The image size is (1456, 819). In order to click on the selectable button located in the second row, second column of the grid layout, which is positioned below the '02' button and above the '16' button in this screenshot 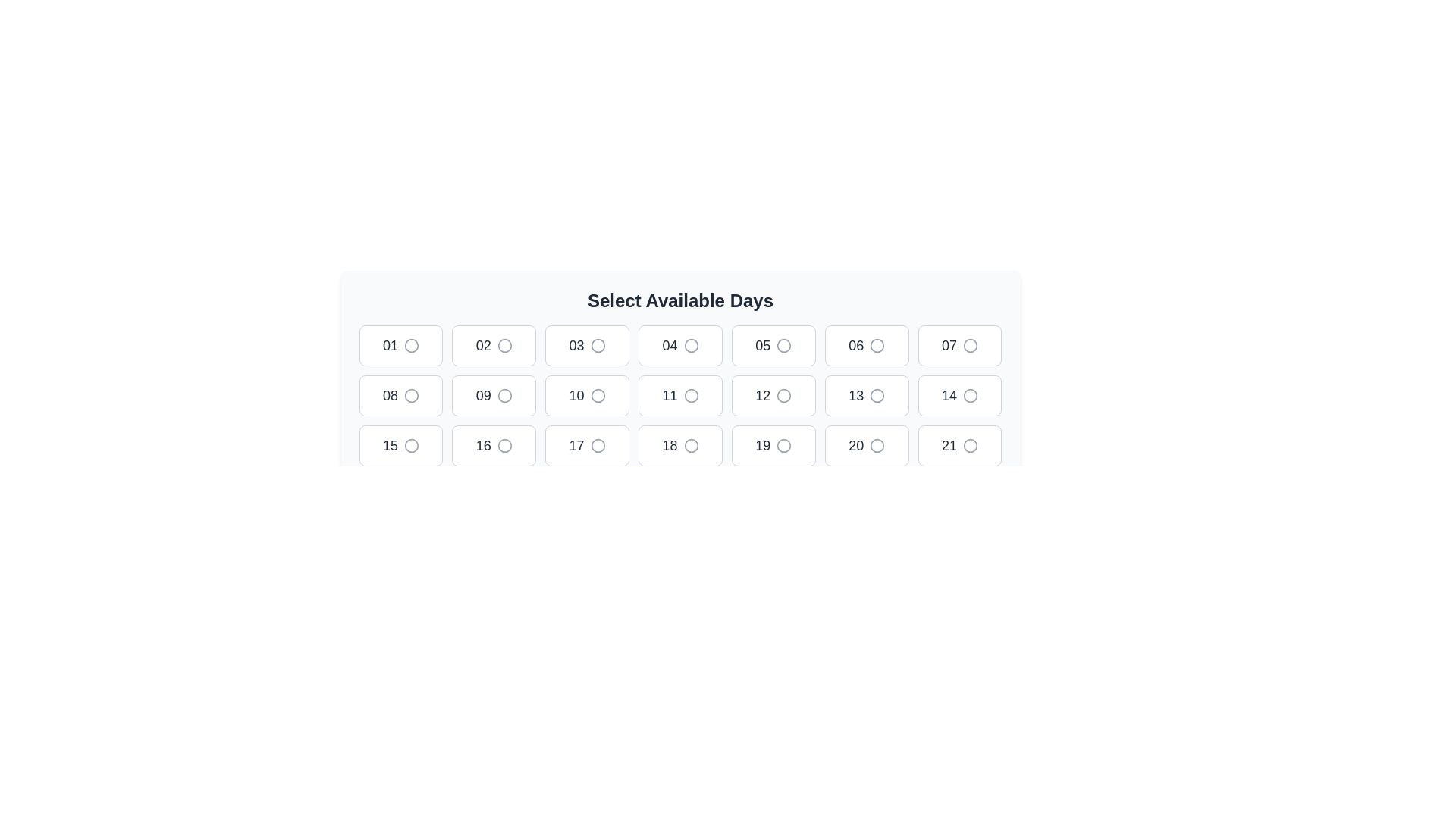, I will do `click(494, 394)`.